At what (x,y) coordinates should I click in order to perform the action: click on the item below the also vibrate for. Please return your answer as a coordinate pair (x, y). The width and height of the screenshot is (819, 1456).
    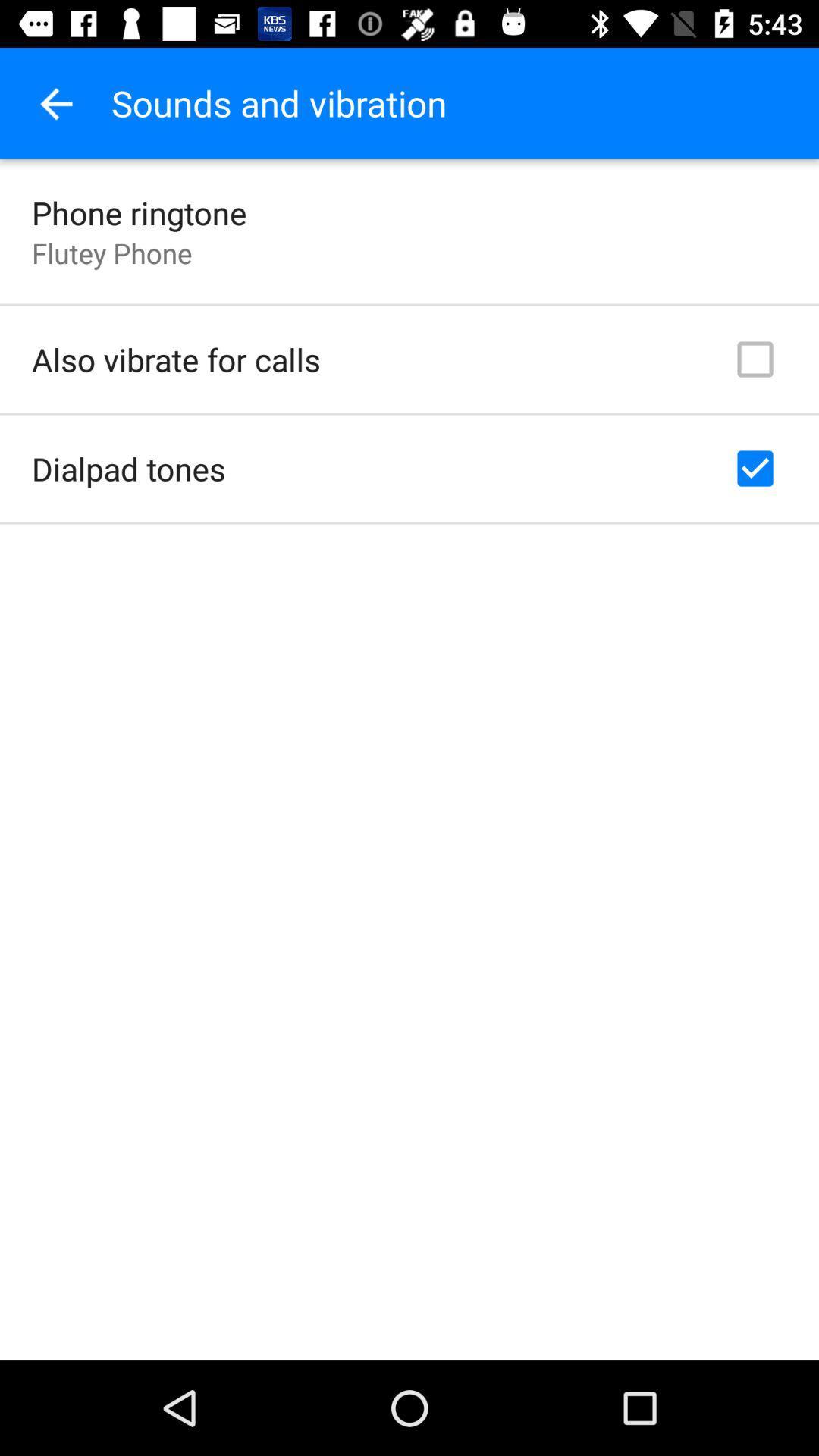
    Looking at the image, I should click on (127, 468).